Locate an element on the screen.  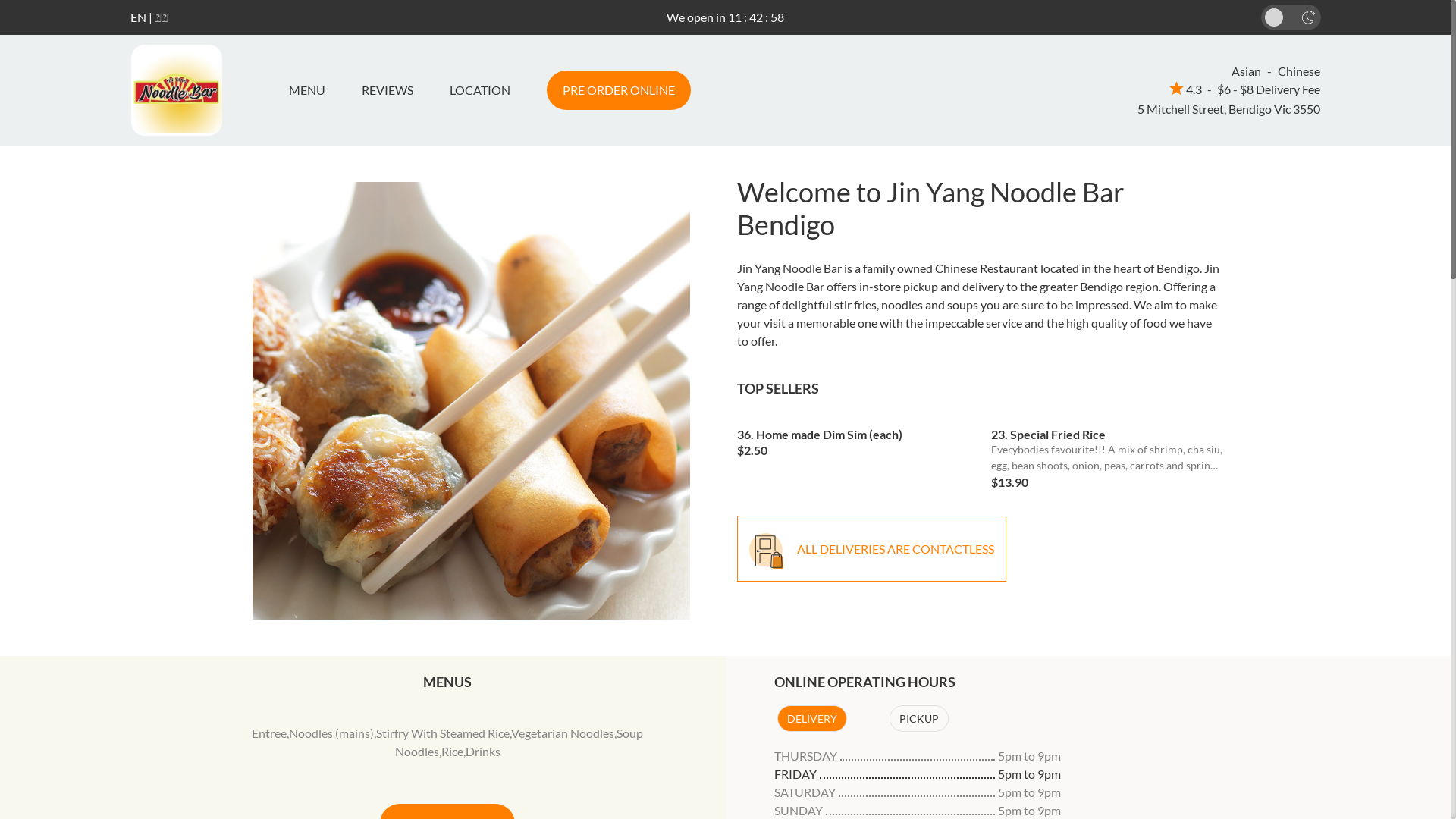
'Entree' is located at coordinates (269, 732).